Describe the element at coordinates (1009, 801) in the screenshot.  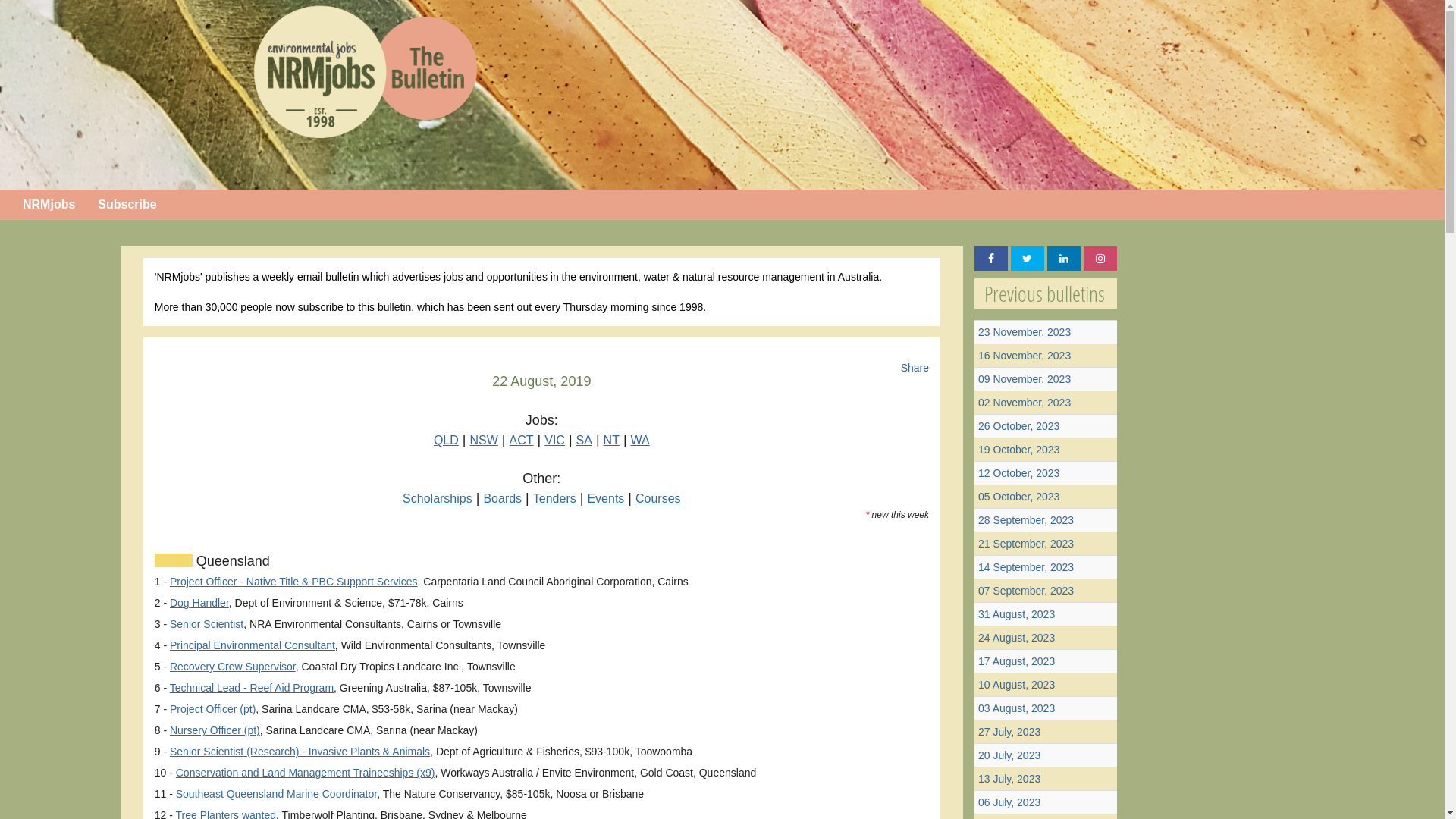
I see `'06 July, 2023'` at that location.